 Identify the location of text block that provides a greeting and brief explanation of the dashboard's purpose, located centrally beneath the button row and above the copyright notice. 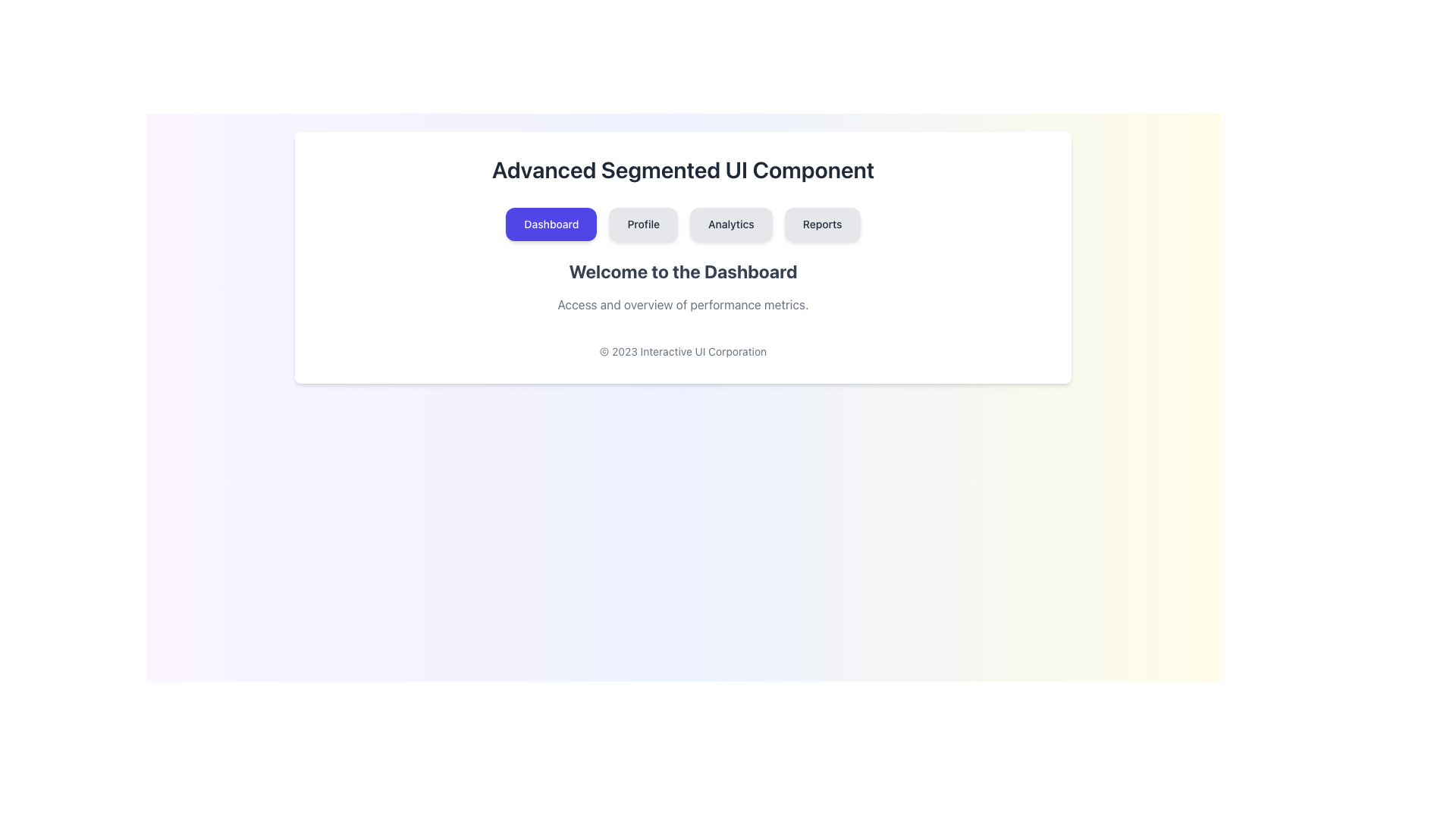
(682, 287).